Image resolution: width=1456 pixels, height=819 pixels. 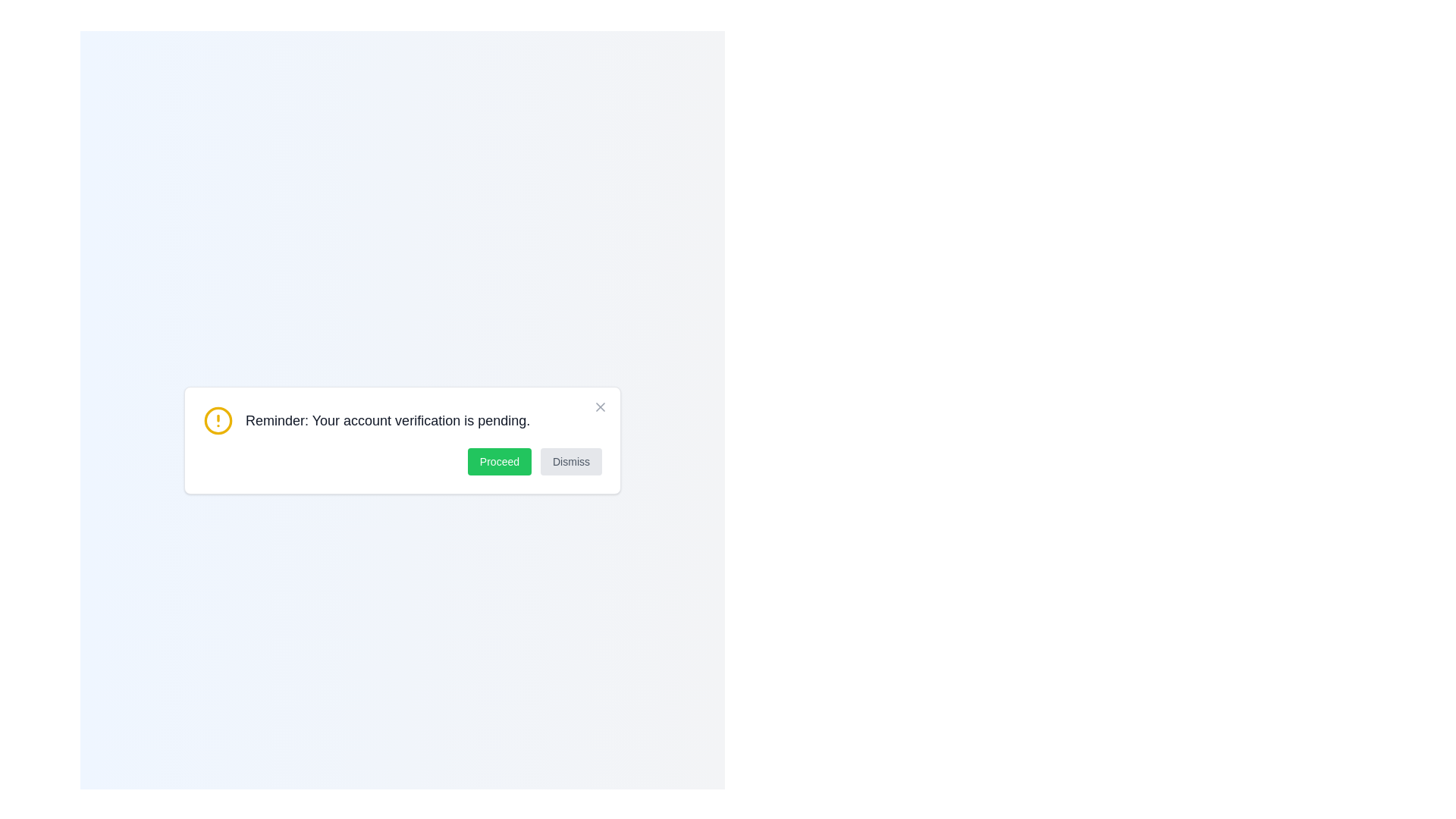 I want to click on the close button icon at the top-right corner of the notification box, so click(x=600, y=406).